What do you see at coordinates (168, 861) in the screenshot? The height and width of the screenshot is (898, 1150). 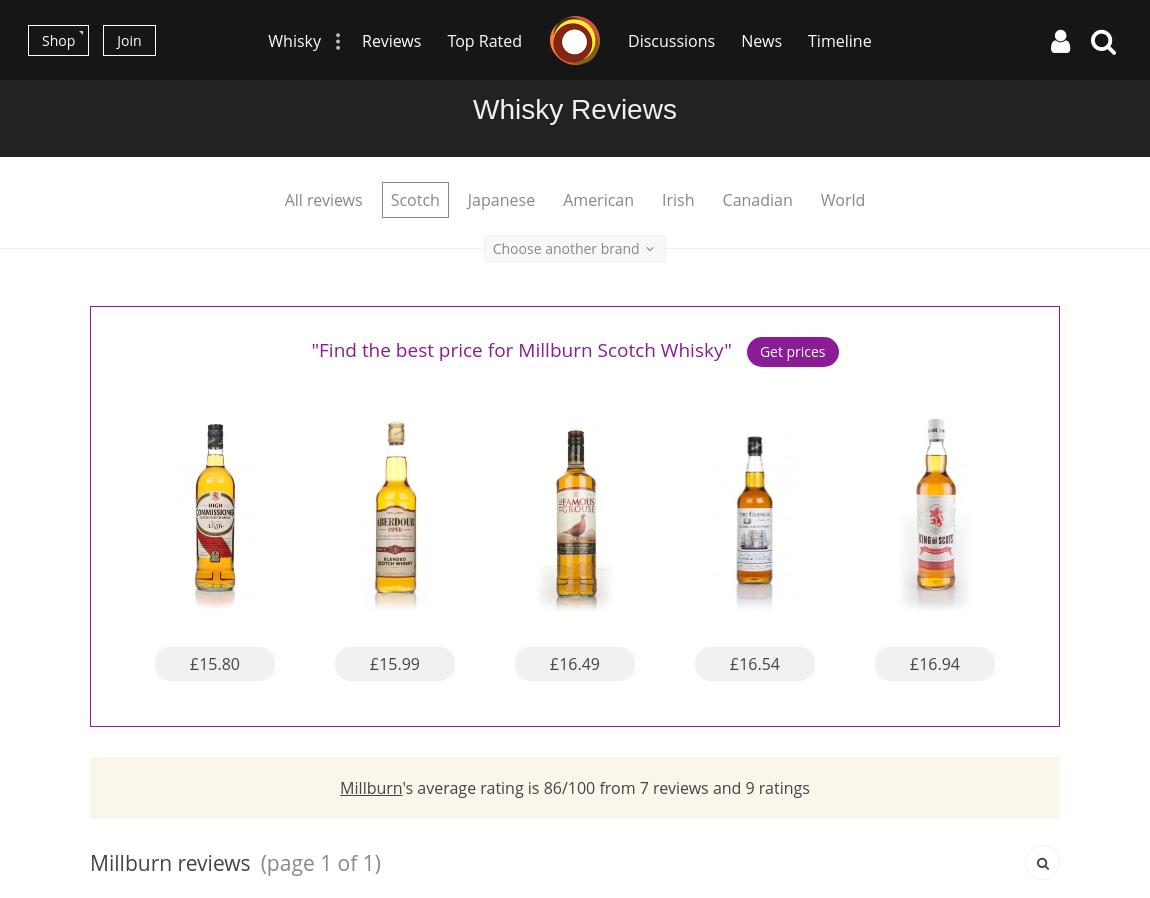 I see `'Millburn reviews'` at bounding box center [168, 861].